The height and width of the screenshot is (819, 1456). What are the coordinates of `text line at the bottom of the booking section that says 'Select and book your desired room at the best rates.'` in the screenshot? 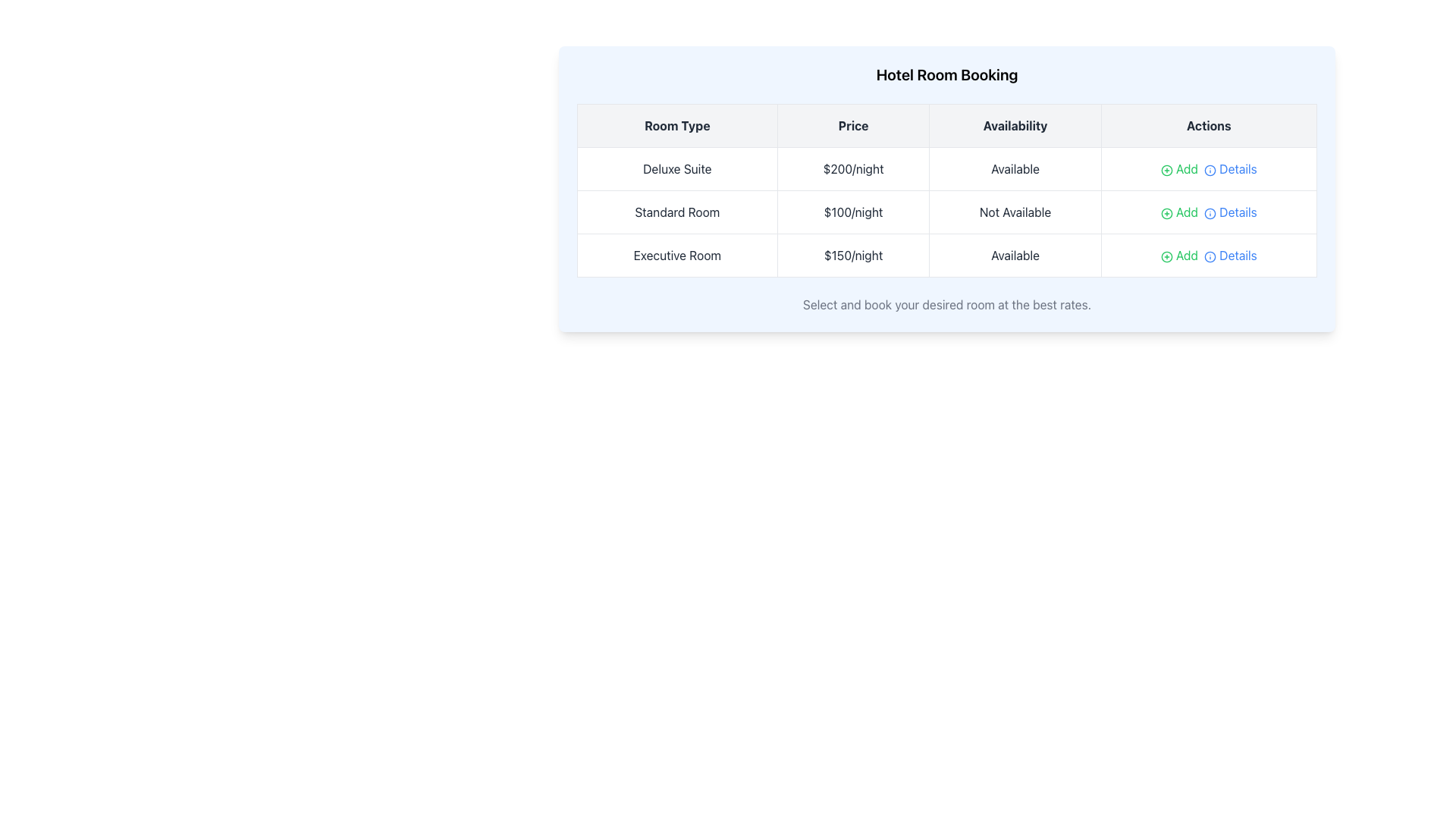 It's located at (946, 304).